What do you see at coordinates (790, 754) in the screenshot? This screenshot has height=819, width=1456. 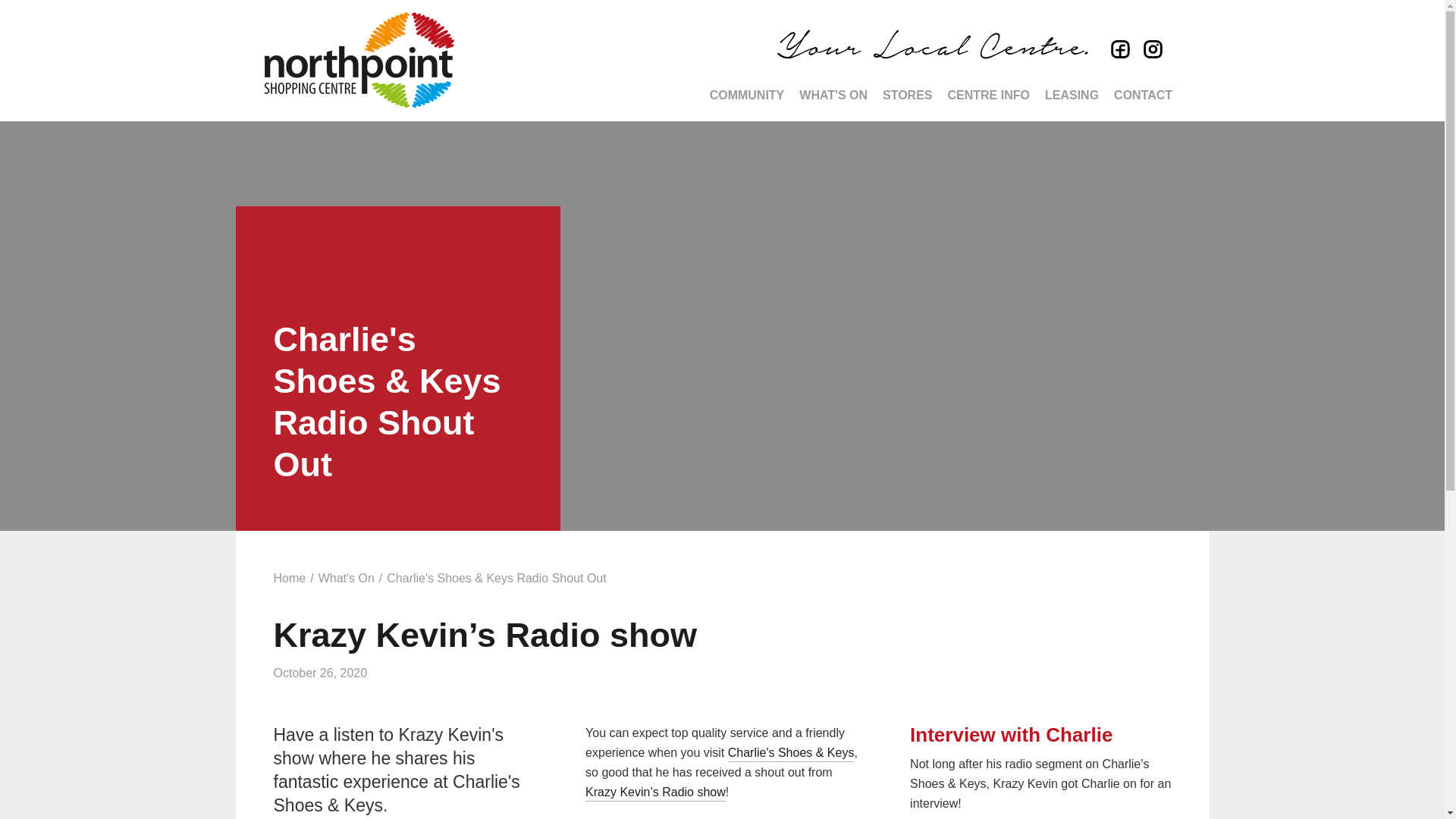 I see `'Charlie's Shoes & Keys'` at bounding box center [790, 754].